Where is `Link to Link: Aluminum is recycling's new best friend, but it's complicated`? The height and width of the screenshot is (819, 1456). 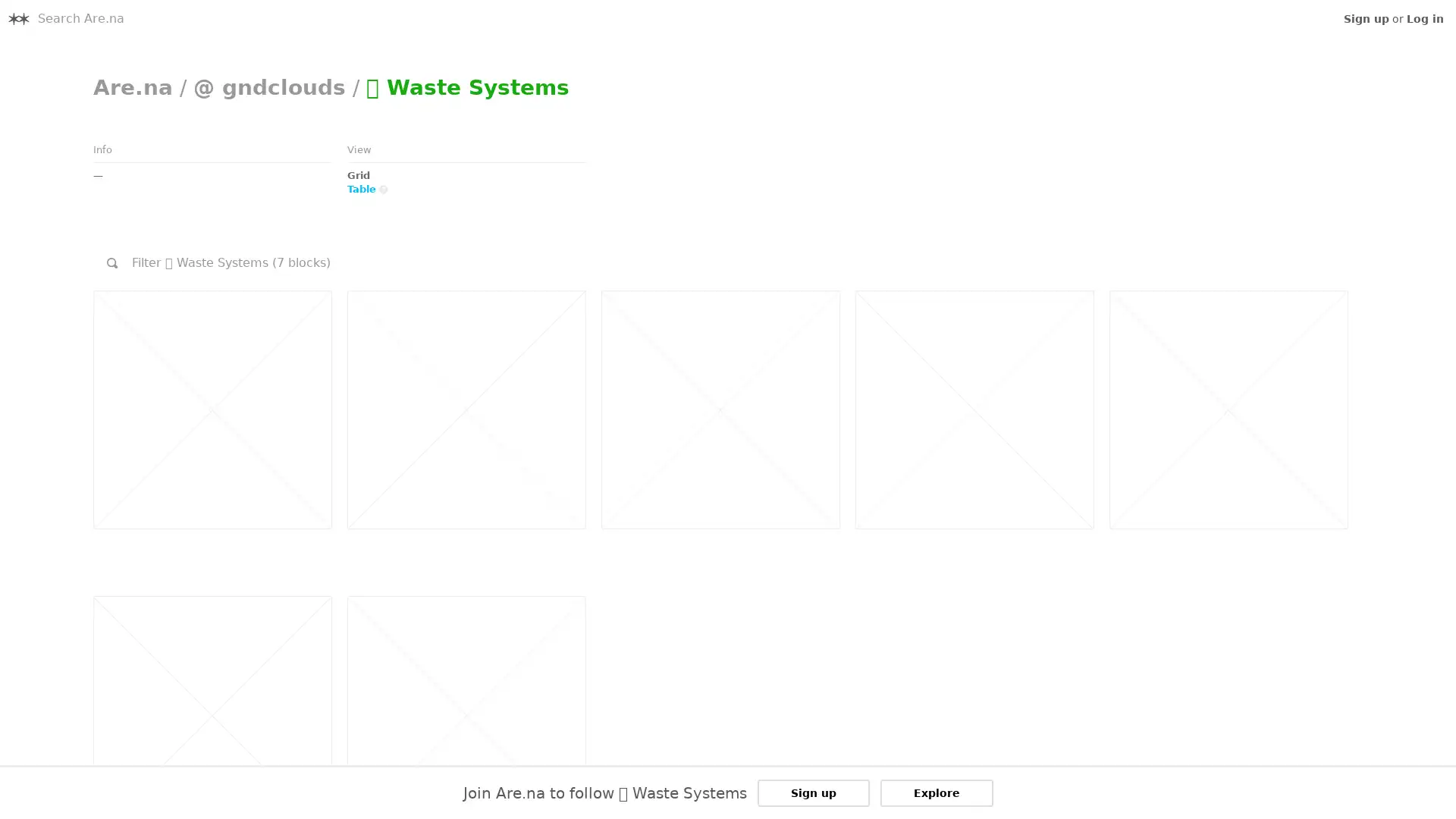
Link to Link: Aluminum is recycling's new best friend, but it's complicated is located at coordinates (719, 409).